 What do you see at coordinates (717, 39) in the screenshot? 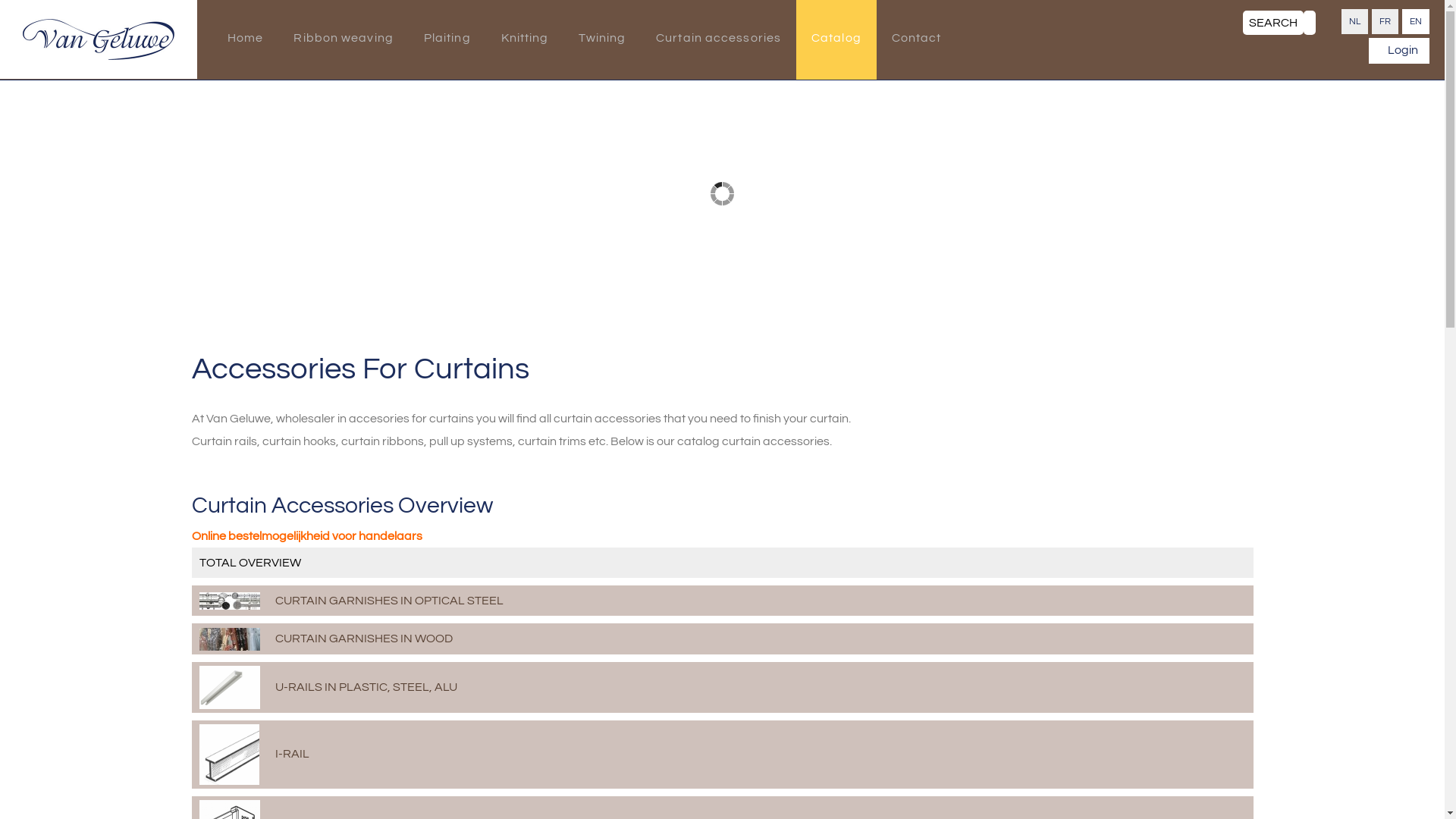
I see `'Curtain accessories'` at bounding box center [717, 39].